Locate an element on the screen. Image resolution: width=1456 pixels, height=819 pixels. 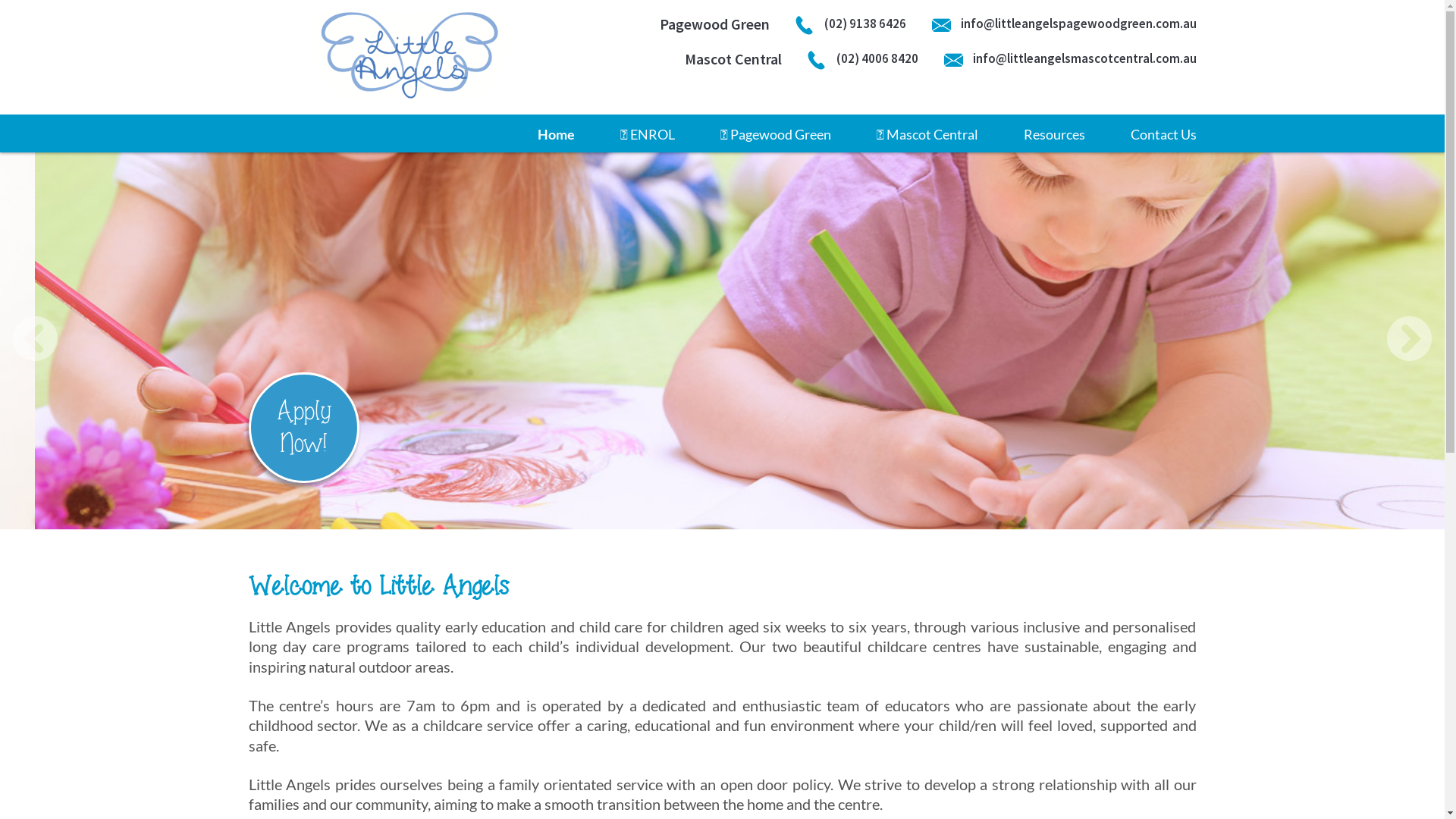
'Contact Us' is located at coordinates (1162, 133).